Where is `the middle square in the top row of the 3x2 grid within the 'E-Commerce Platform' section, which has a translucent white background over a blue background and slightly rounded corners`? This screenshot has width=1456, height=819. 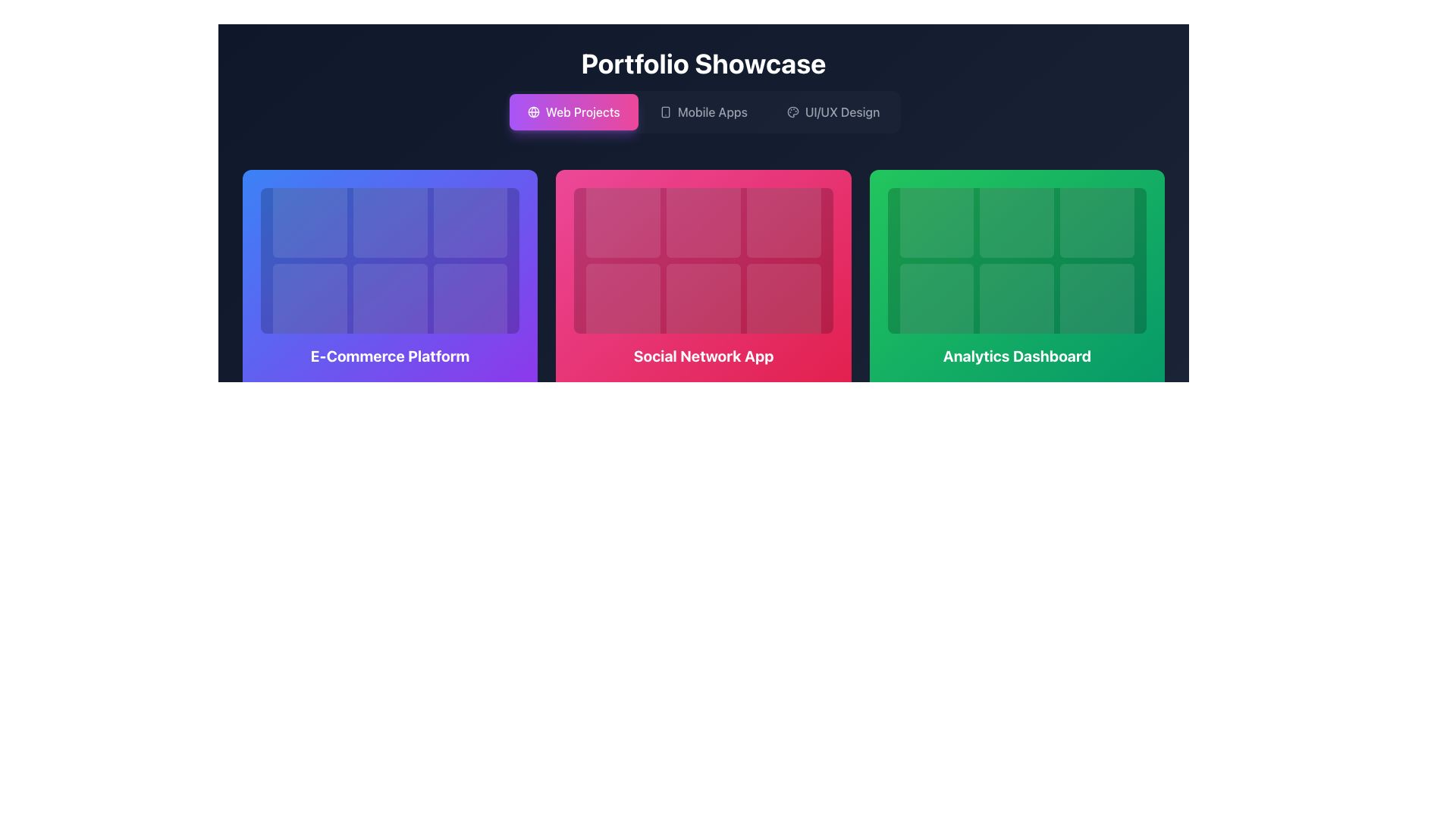 the middle square in the top row of the 3x2 grid within the 'E-Commerce Platform' section, which has a translucent white background over a blue background and slightly rounded corners is located at coordinates (390, 221).